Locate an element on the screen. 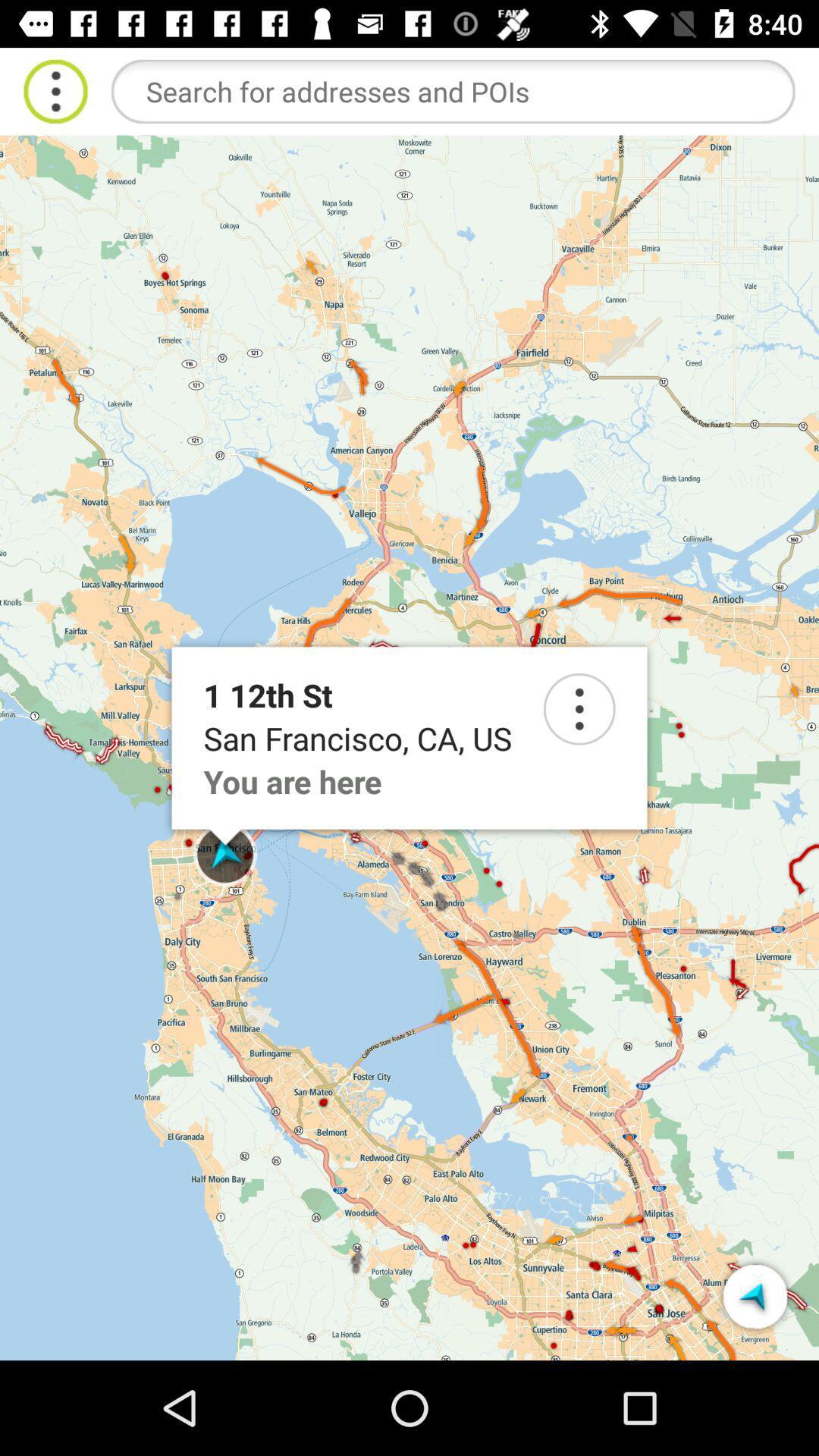 This screenshot has width=819, height=1456. more option is located at coordinates (55, 90).